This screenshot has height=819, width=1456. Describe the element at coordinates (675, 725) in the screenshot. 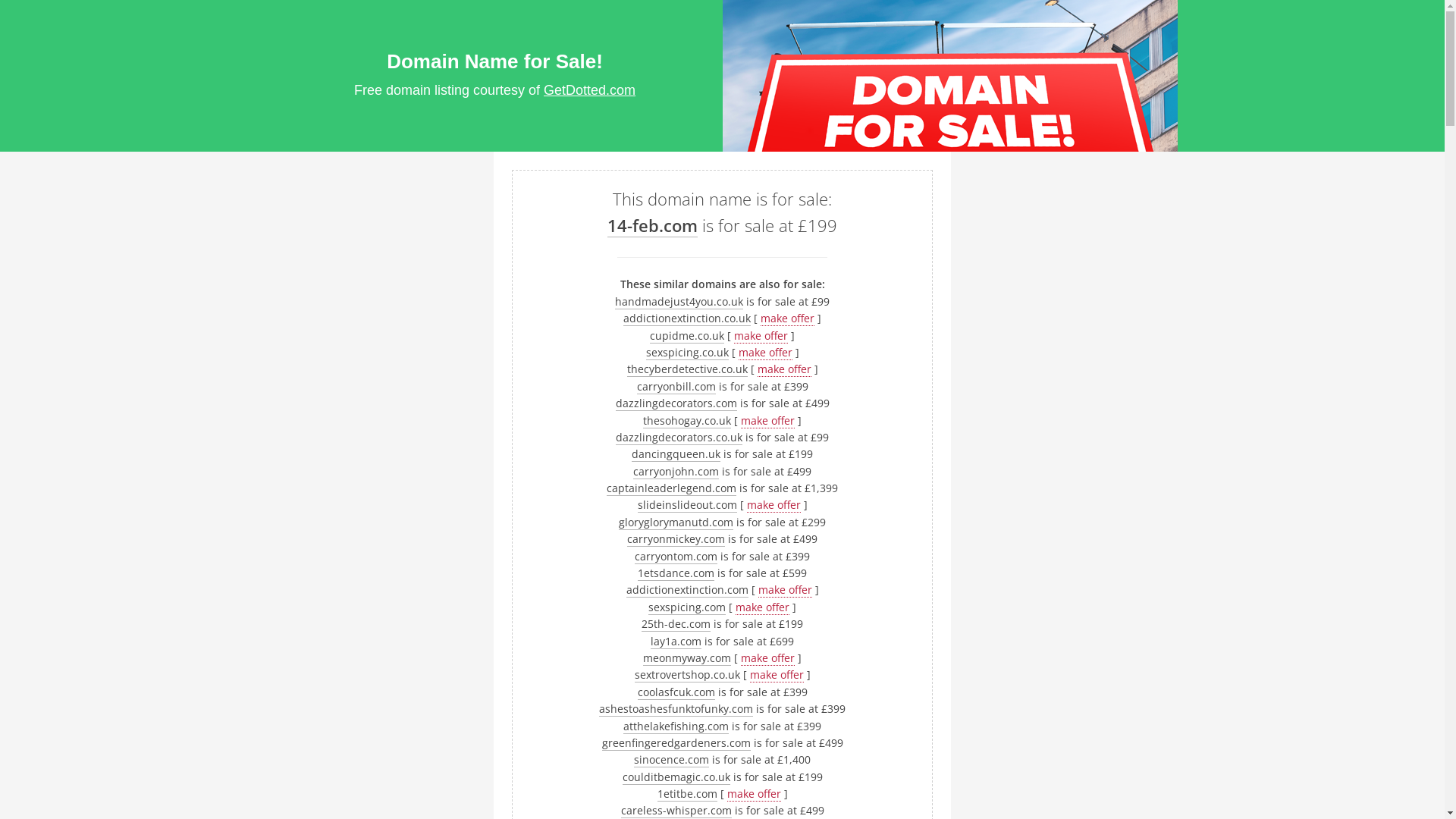

I see `'atthelakefishing.com'` at that location.